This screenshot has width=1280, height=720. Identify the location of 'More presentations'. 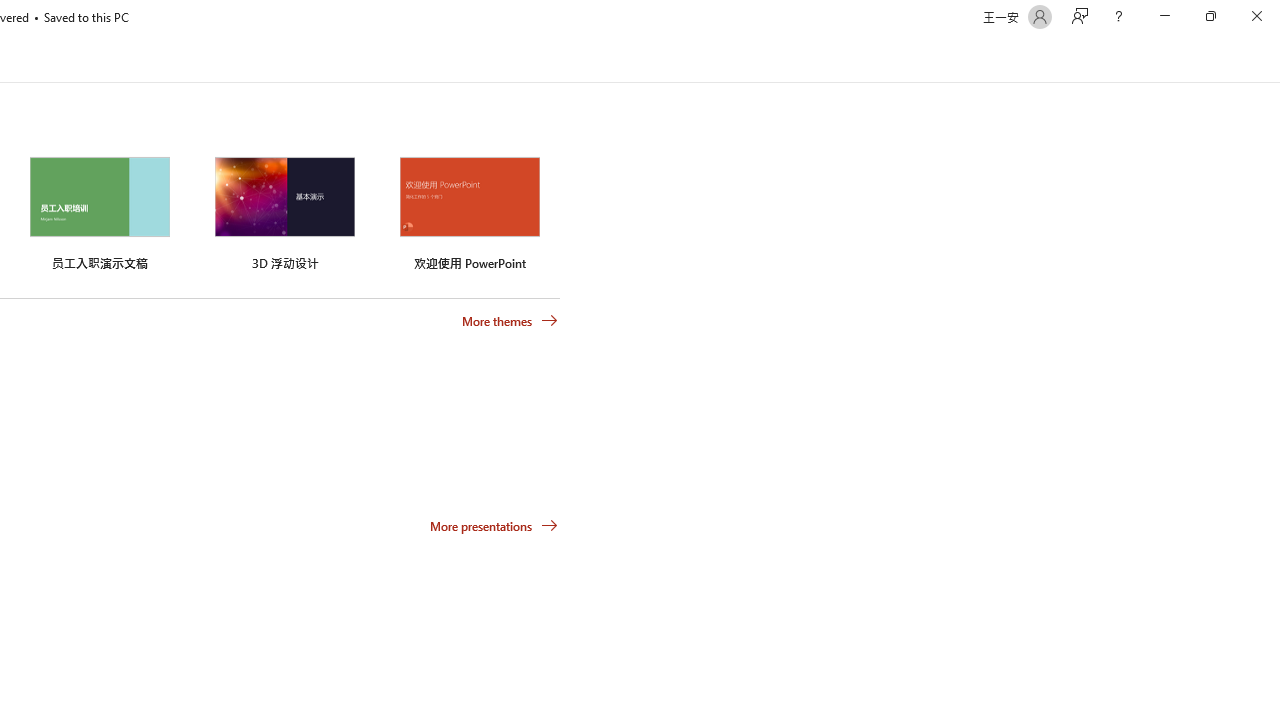
(494, 524).